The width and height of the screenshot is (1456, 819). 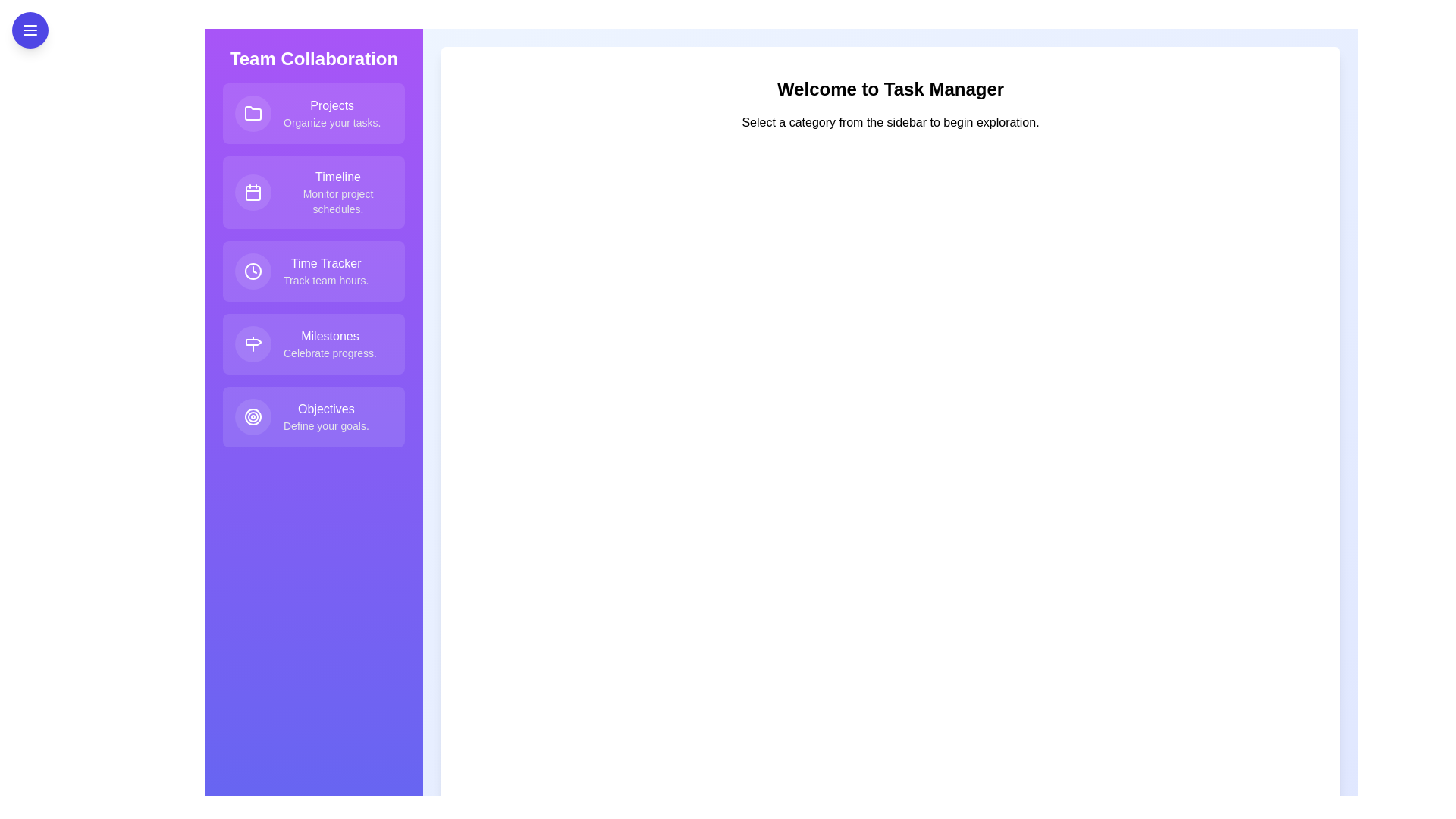 I want to click on the feature item Objectives from the list, so click(x=312, y=417).